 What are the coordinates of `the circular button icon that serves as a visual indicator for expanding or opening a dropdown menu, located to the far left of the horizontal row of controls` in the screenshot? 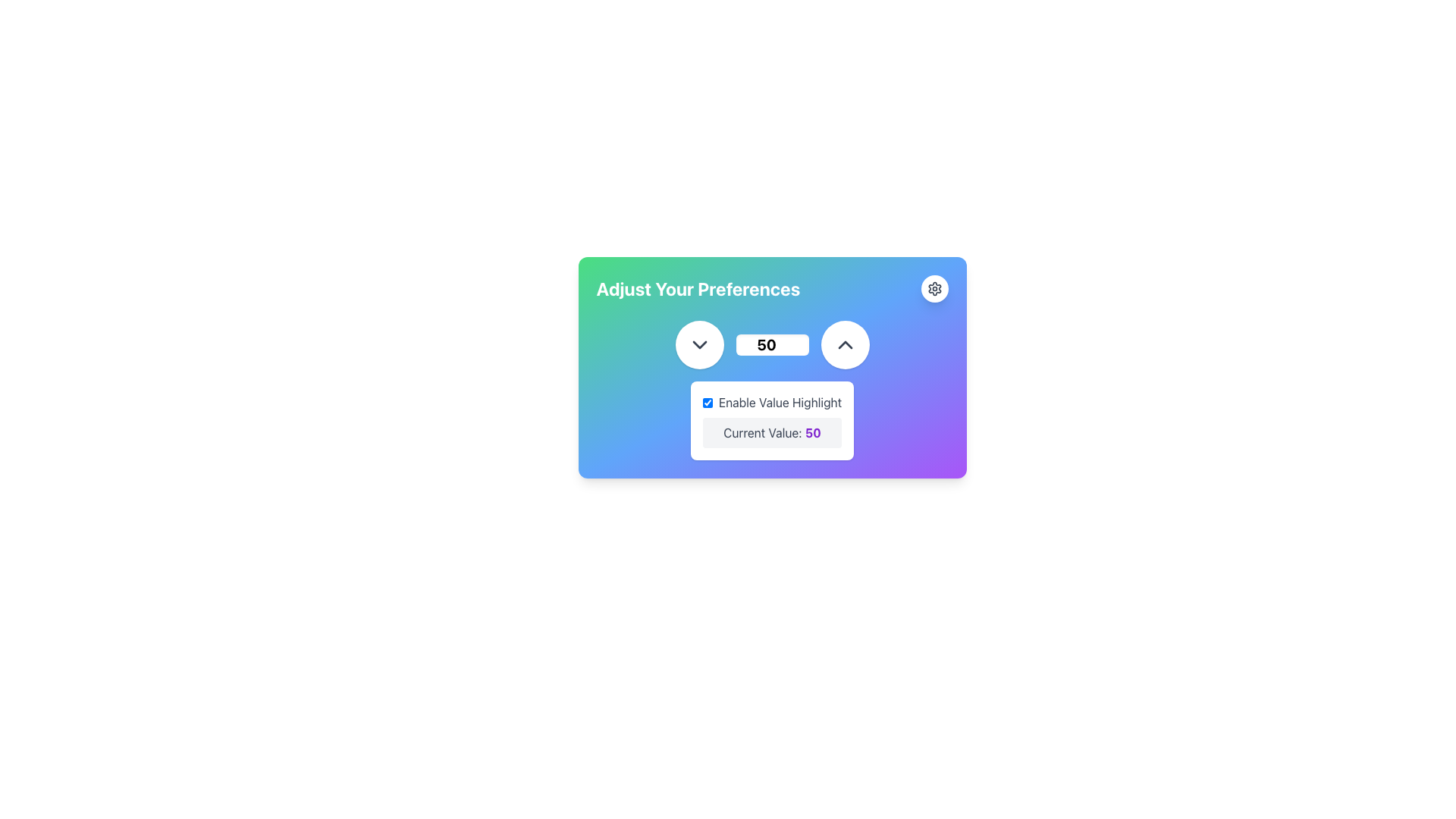 It's located at (698, 345).